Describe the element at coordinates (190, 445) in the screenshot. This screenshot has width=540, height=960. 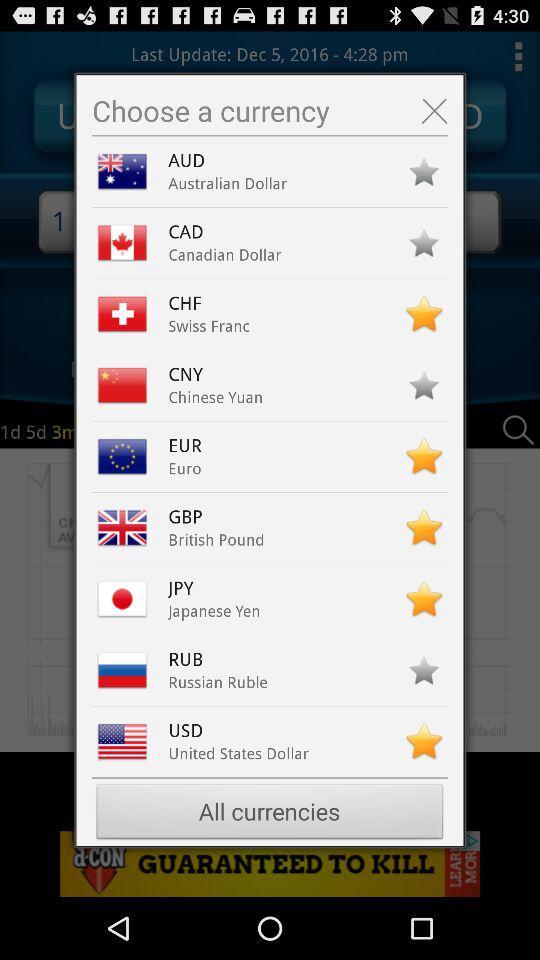
I see `the icon above euro` at that location.